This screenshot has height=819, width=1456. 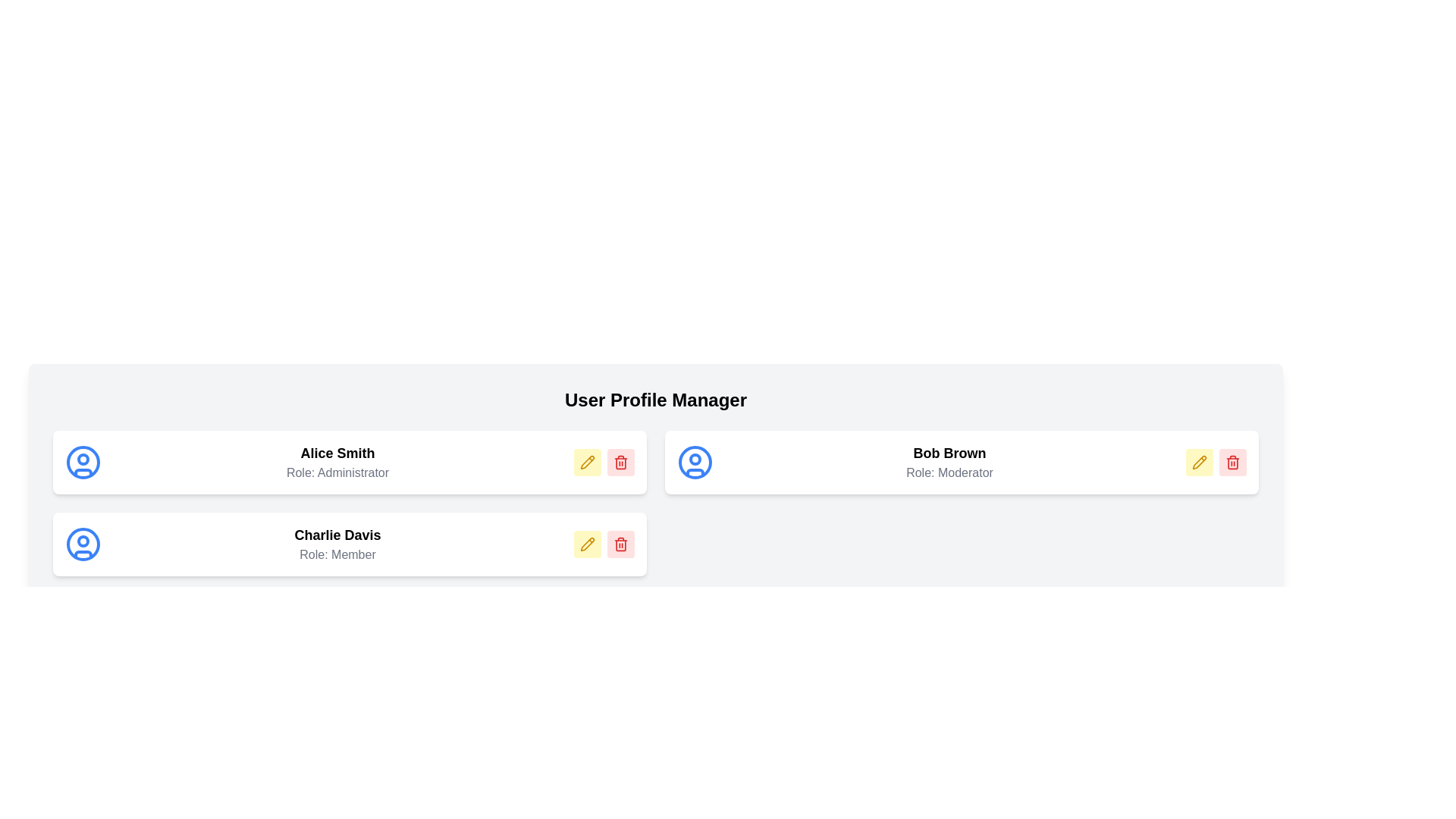 What do you see at coordinates (586, 461) in the screenshot?
I see `the edit button for 'Alice Smith'` at bounding box center [586, 461].